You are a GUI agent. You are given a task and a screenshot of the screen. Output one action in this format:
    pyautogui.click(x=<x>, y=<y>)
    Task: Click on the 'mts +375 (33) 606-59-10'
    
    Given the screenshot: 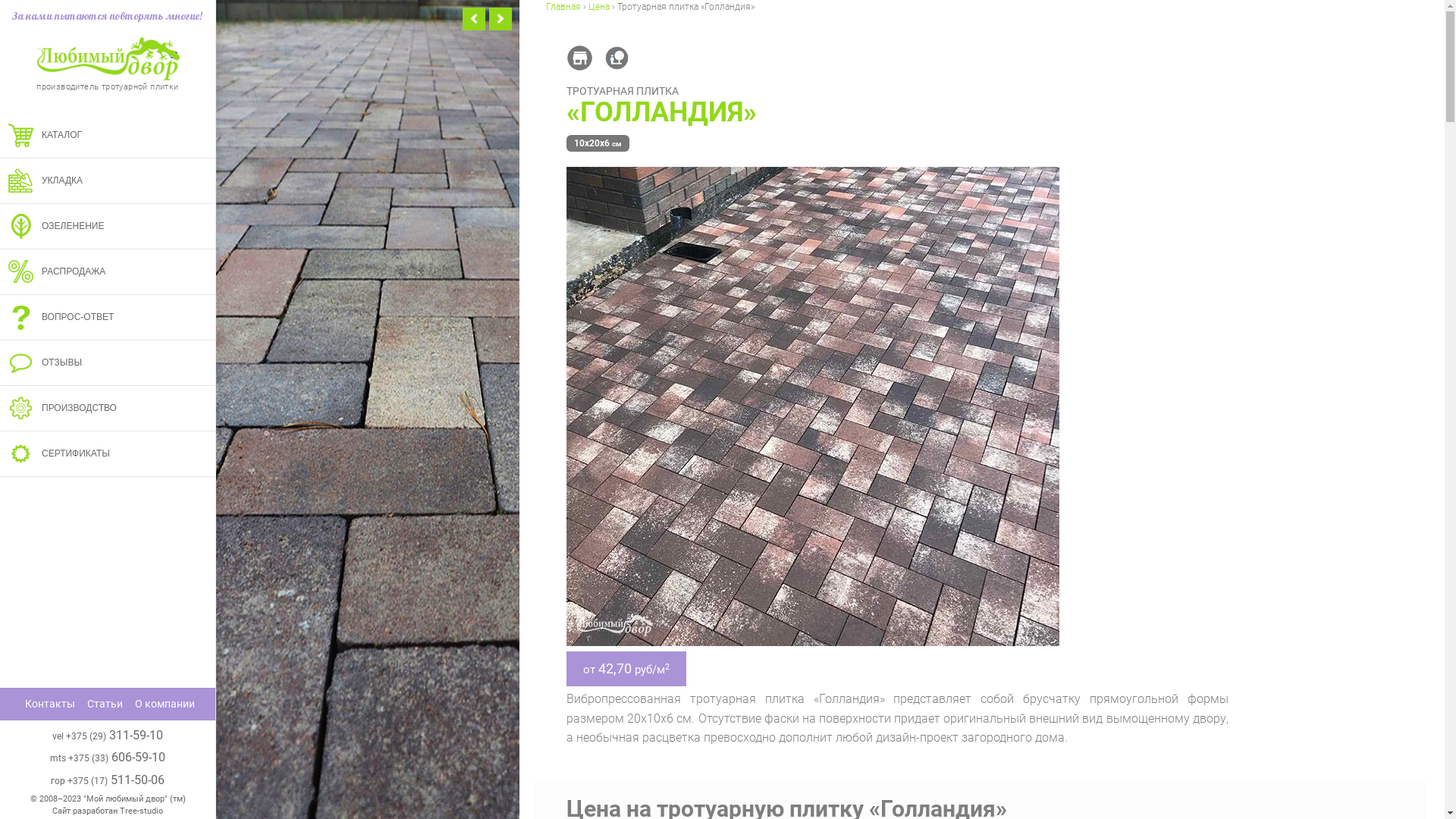 What is the action you would take?
    pyautogui.click(x=50, y=757)
    